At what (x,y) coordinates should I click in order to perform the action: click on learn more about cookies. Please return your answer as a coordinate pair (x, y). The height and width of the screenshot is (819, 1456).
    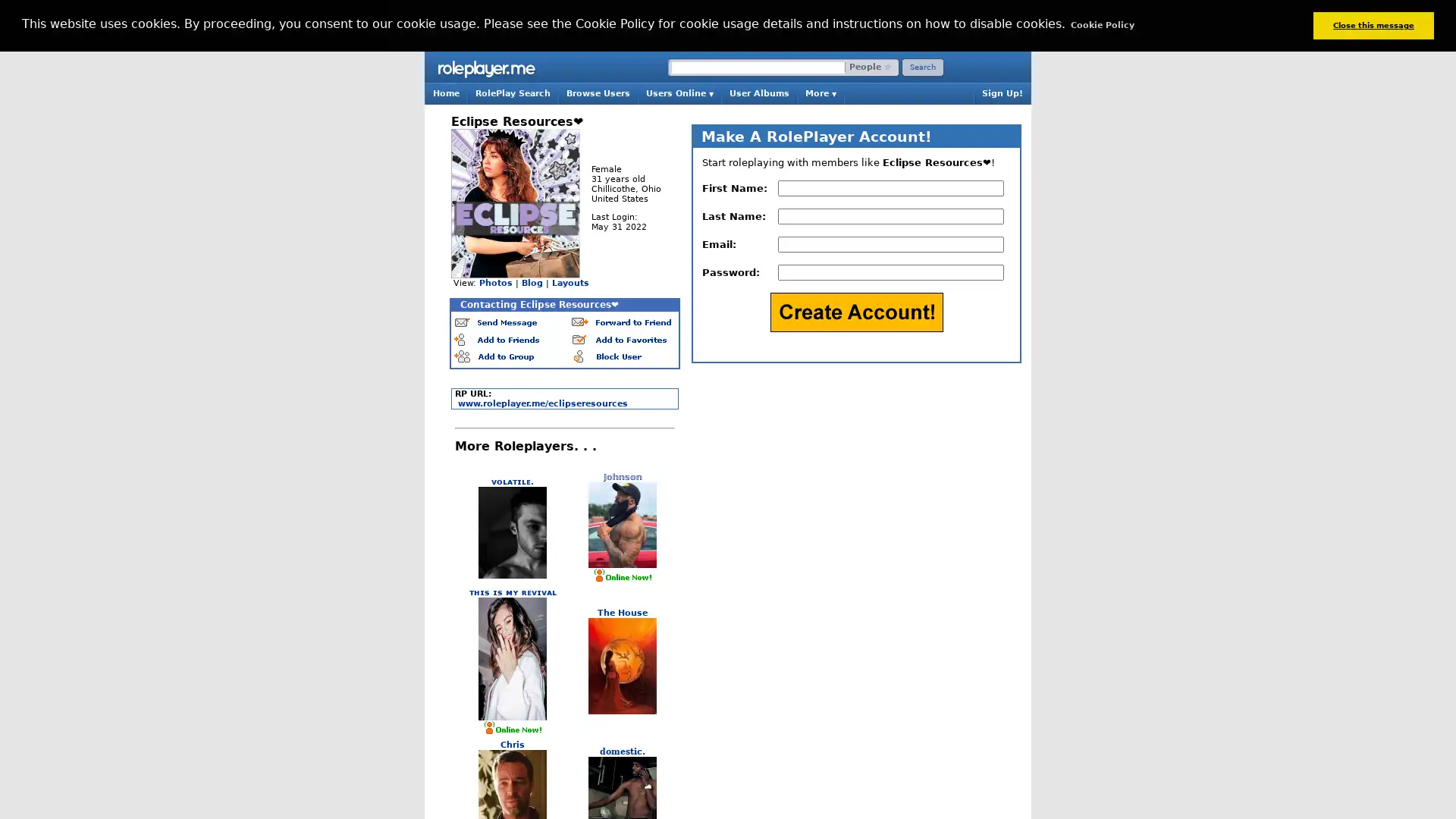
    Looking at the image, I should click on (1102, 25).